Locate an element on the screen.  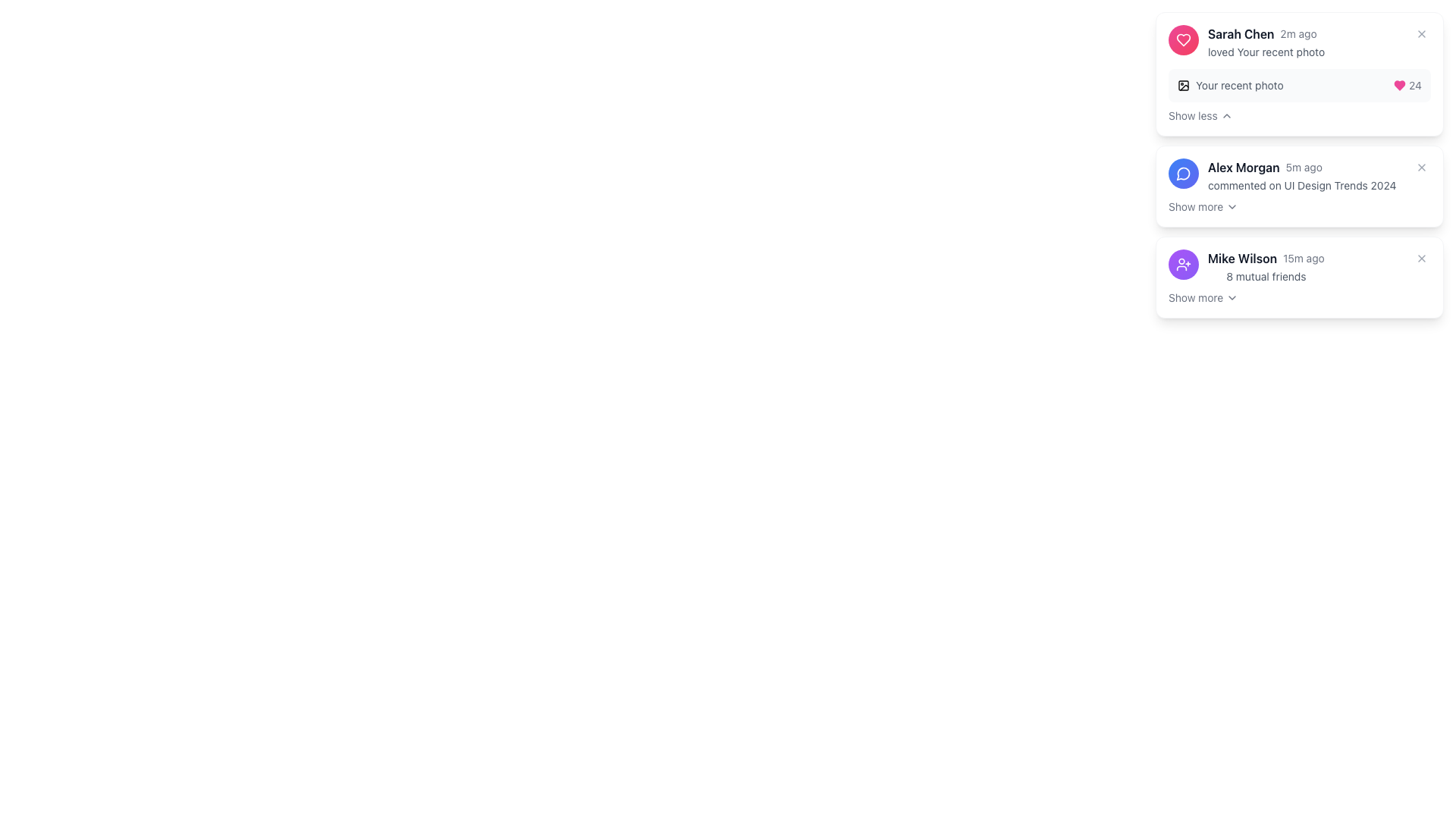
the 'Show more' button with a downward-pointing chevron icon located at the bottom of the notification card for 'Alex Morgan' is located at coordinates (1203, 207).